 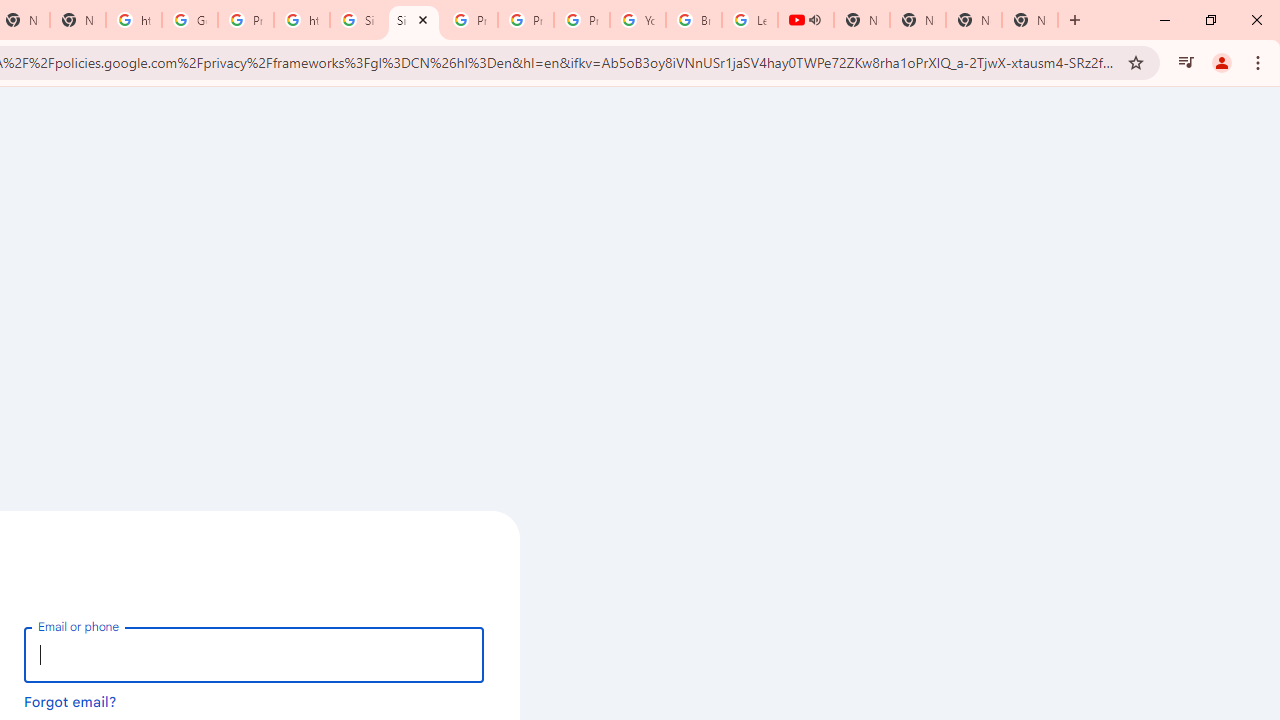 I want to click on 'Email or phone', so click(x=253, y=654).